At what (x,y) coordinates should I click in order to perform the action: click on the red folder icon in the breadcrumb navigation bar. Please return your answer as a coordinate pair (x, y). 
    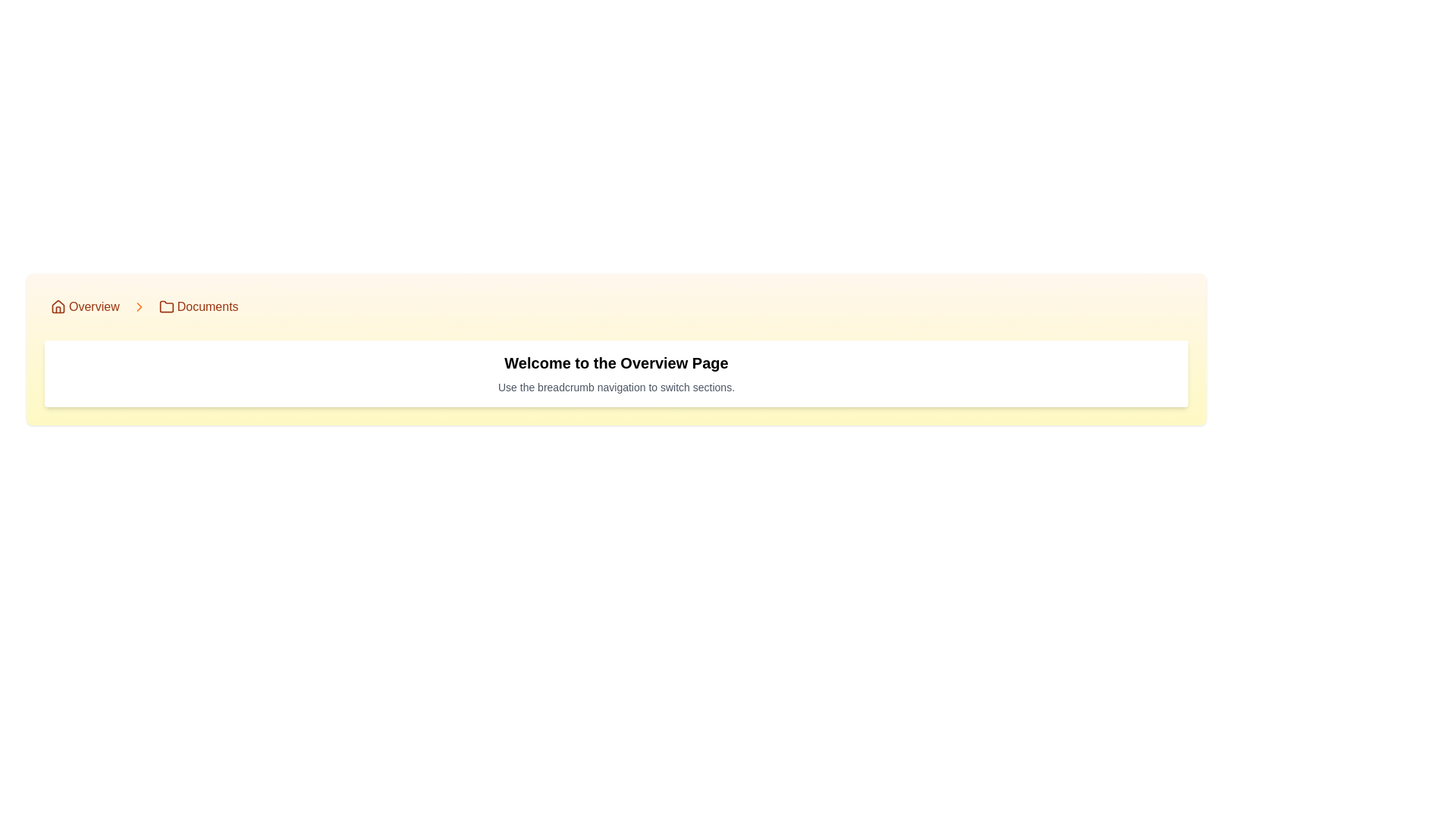
    Looking at the image, I should click on (166, 306).